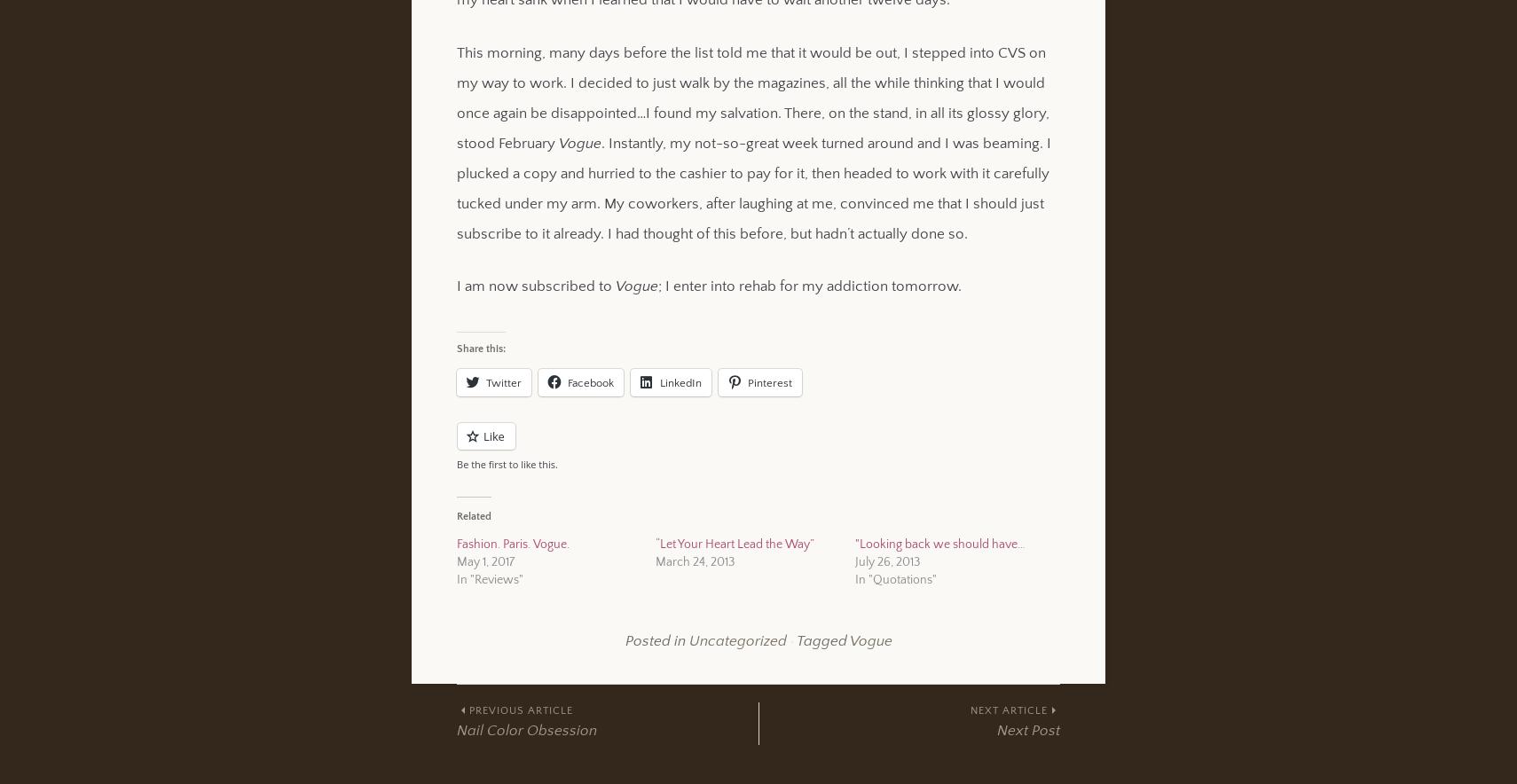 The height and width of the screenshot is (784, 1517). I want to click on '; I enter into rehab for my addiction tomorrow.', so click(808, 286).